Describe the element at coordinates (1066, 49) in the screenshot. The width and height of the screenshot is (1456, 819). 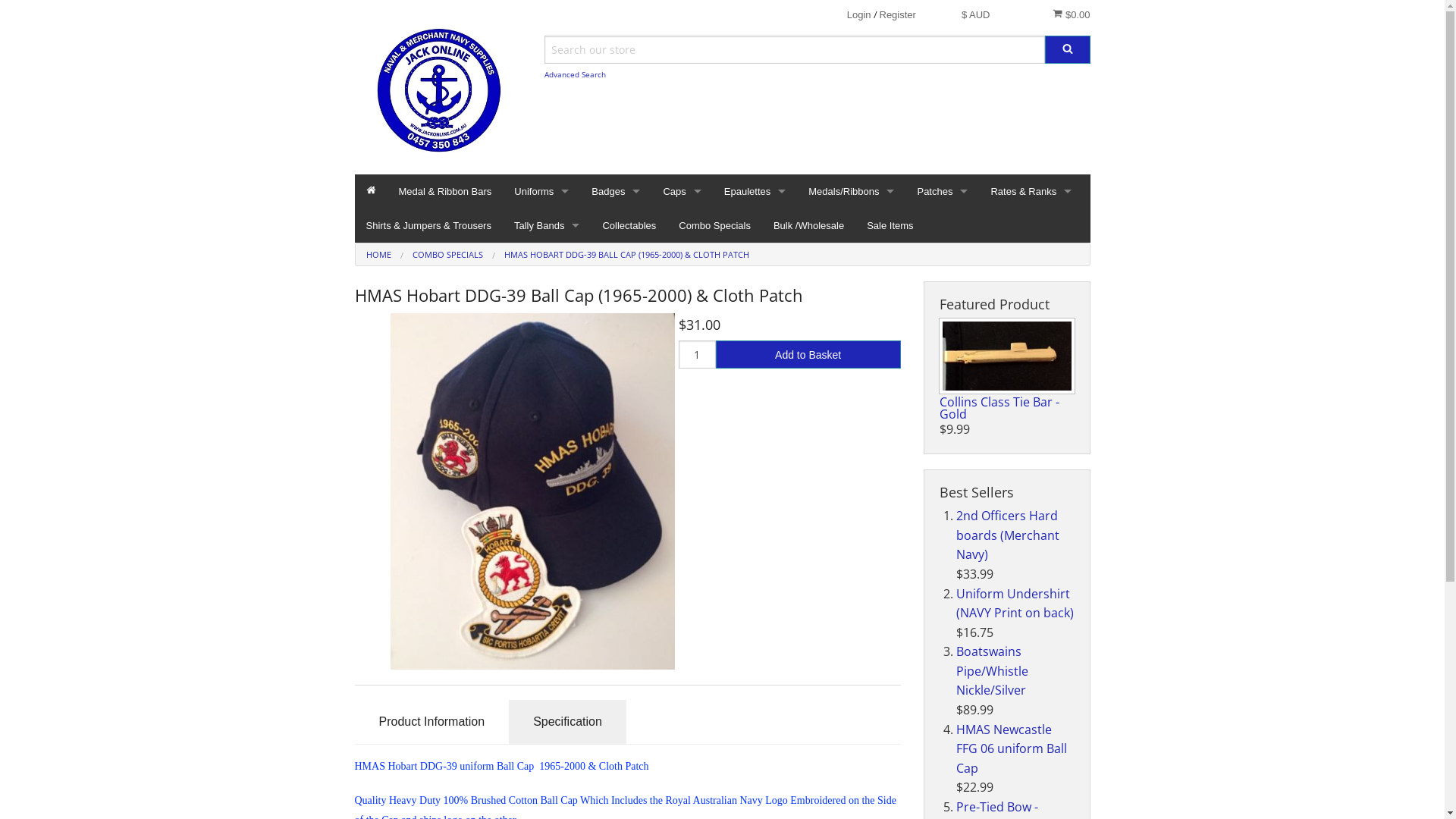
I see `'Search'` at that location.